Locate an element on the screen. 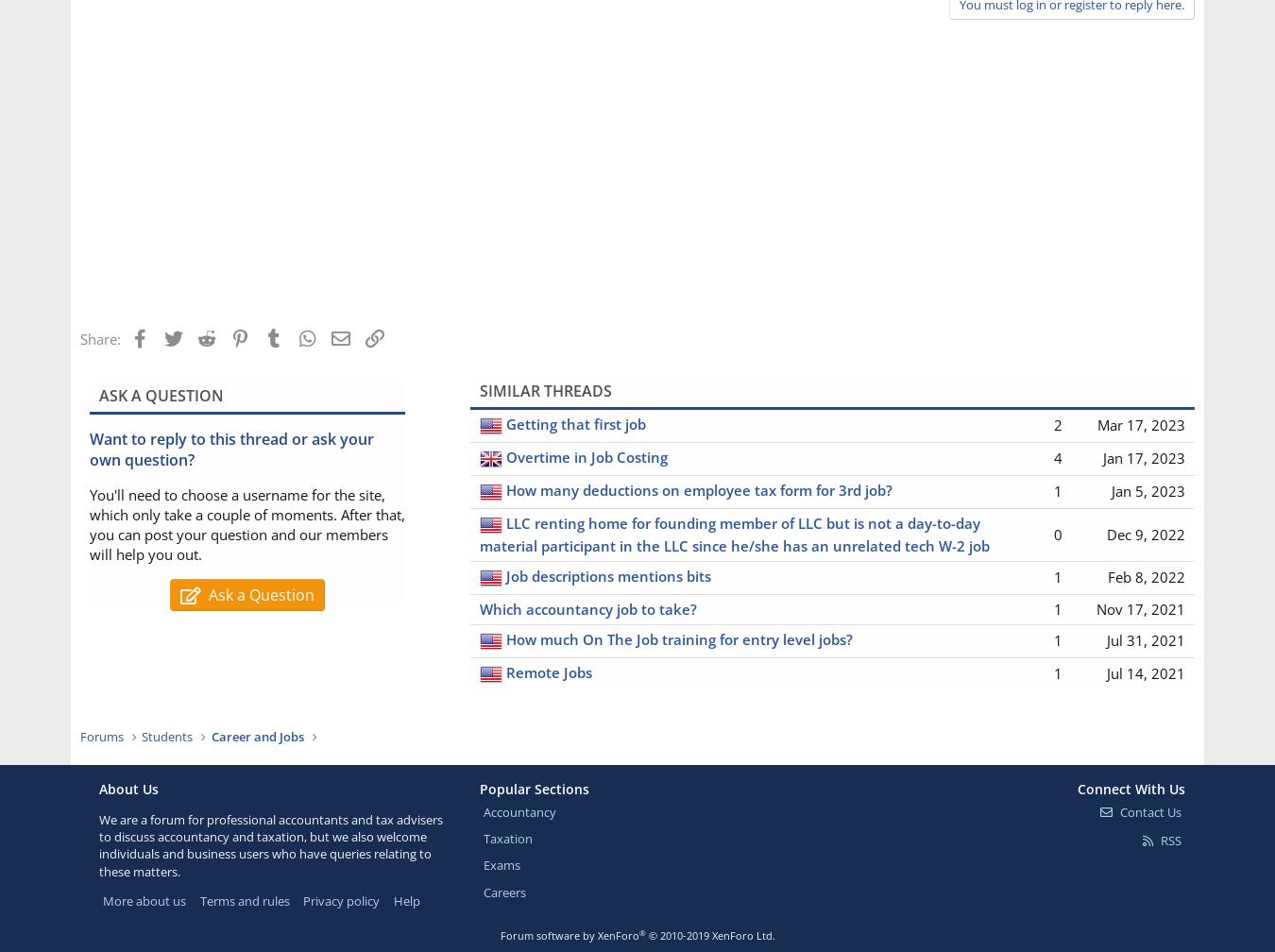 The width and height of the screenshot is (1275, 952). 'Jul 31, 2021' is located at coordinates (1145, 639).